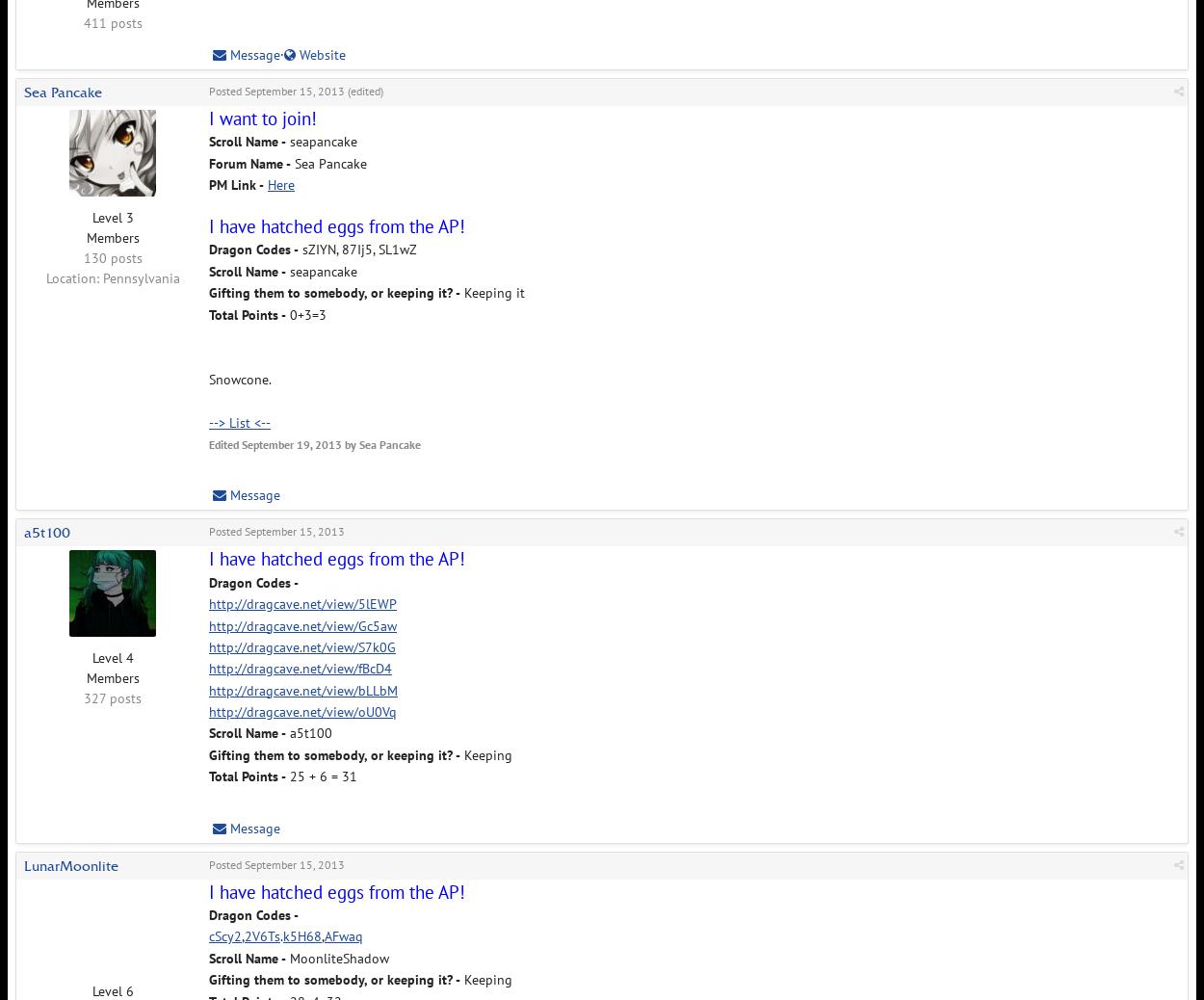  Describe the element at coordinates (111, 657) in the screenshot. I see `'Level 4'` at that location.